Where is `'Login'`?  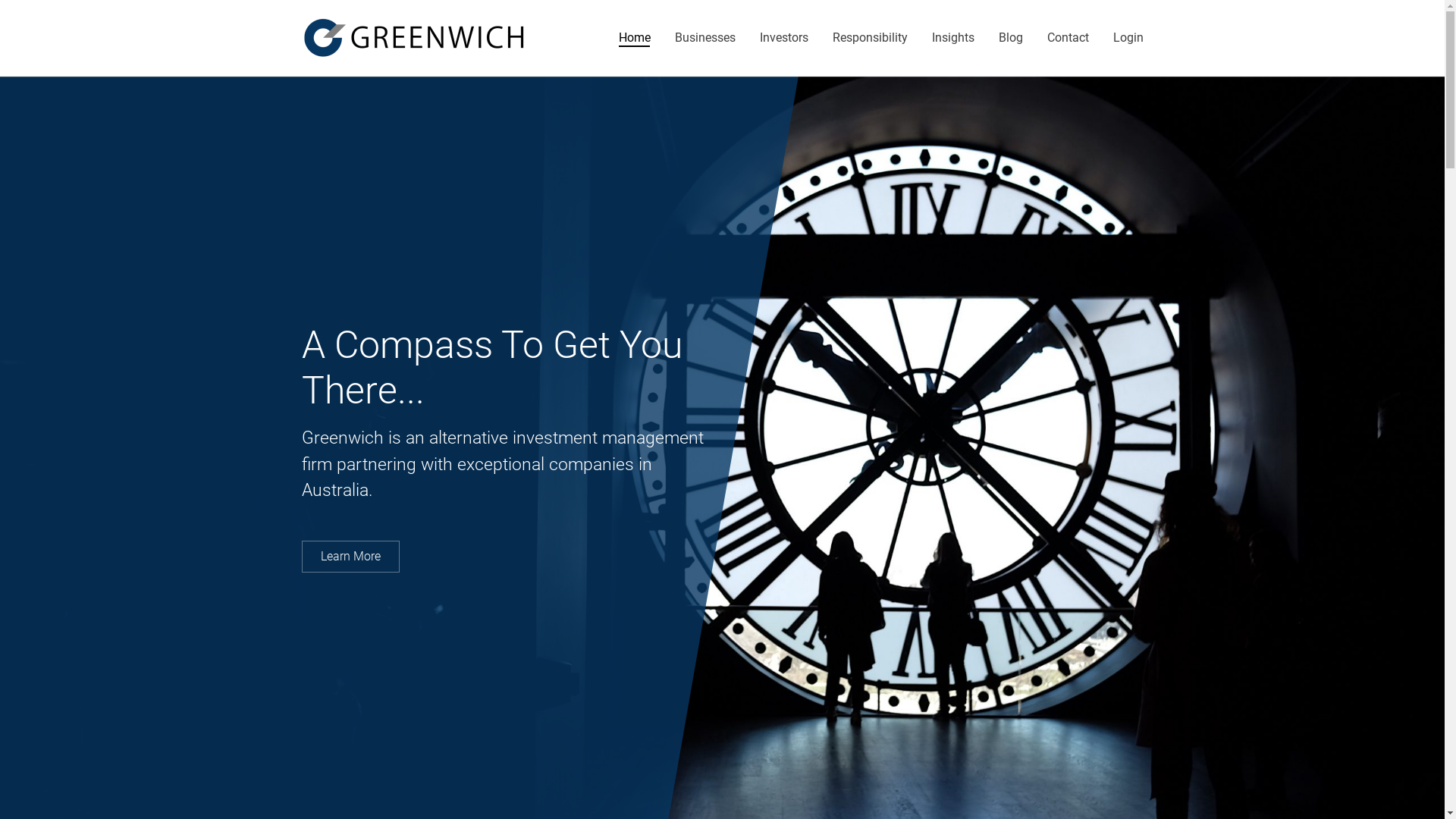
'Login' is located at coordinates (1128, 37).